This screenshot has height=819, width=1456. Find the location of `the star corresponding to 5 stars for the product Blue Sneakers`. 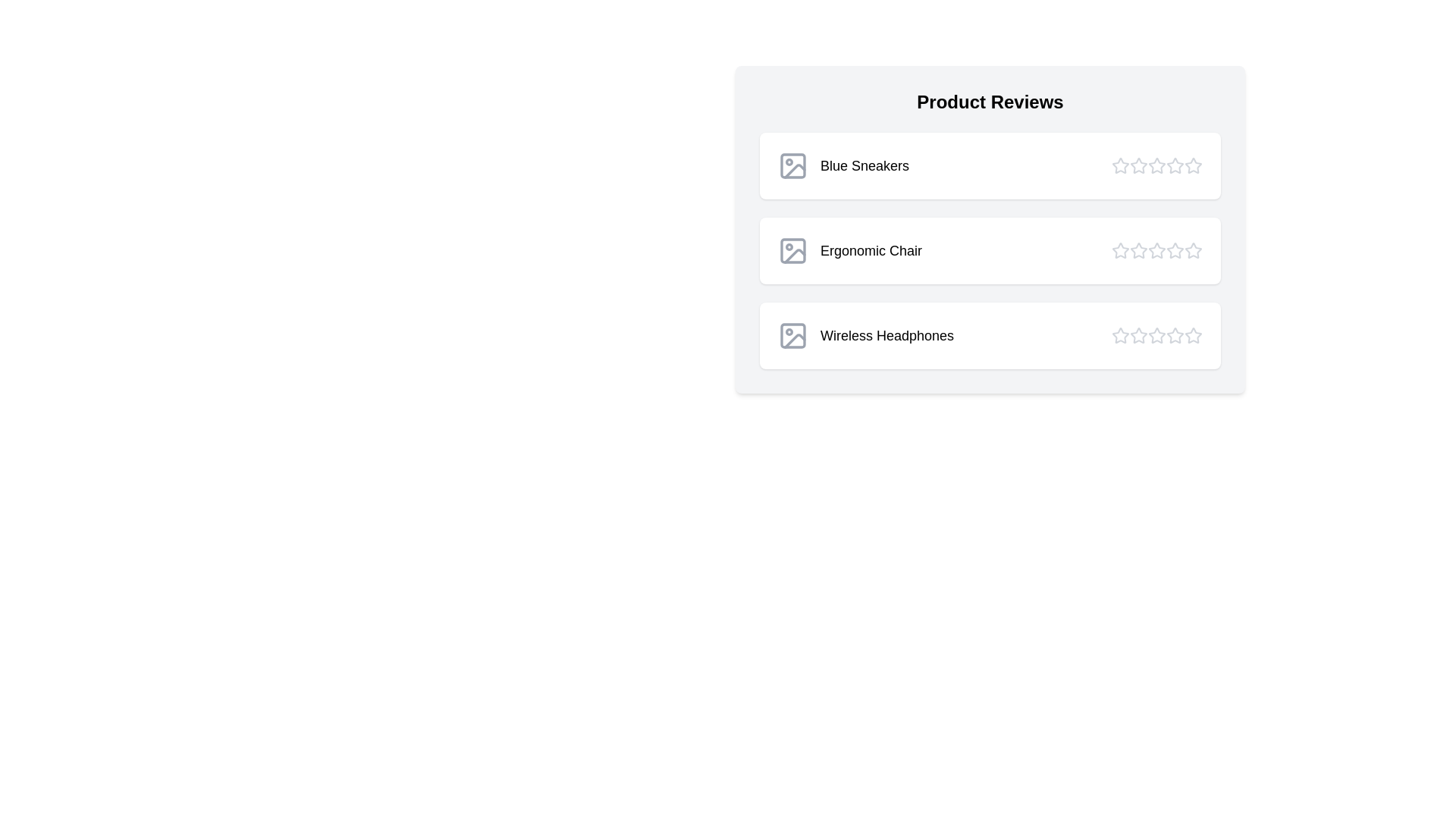

the star corresponding to 5 stars for the product Blue Sneakers is located at coordinates (1193, 166).